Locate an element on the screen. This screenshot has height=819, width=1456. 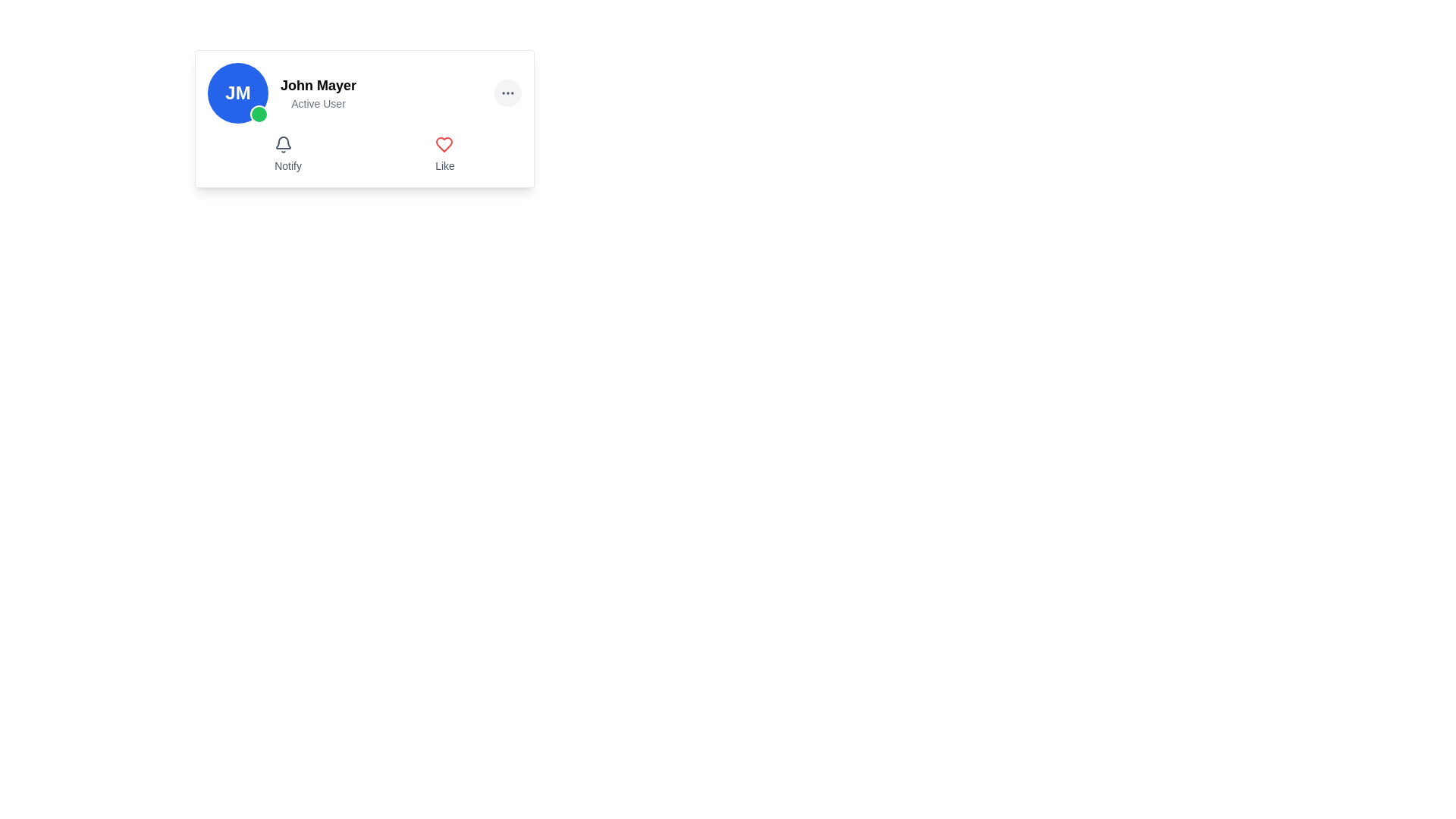
the 'Like' icon located under the text 'Like' beside the 'Notify' option in the user card is located at coordinates (444, 145).